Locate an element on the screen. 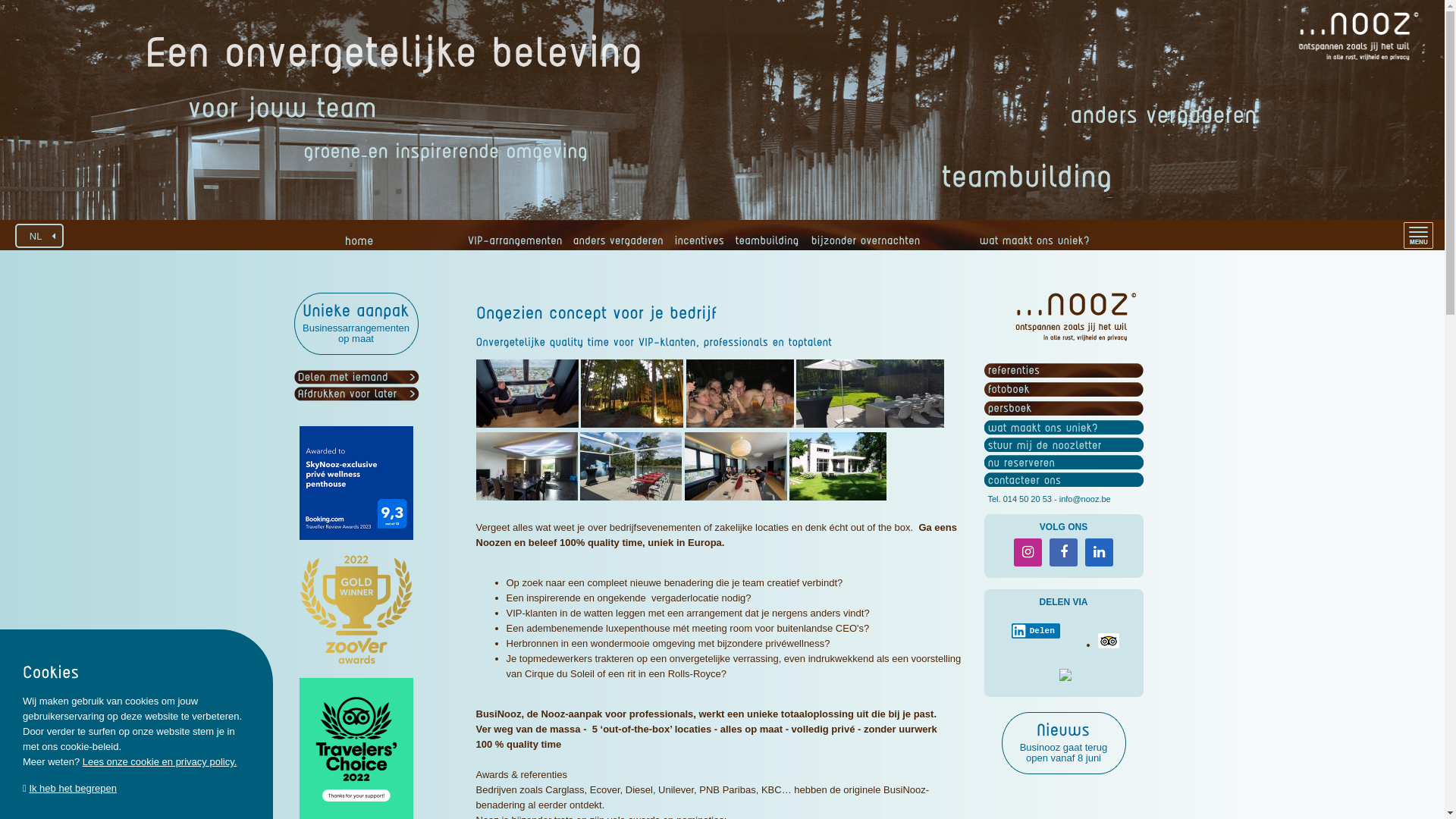 The image size is (1456, 819). 'nu reserveren' is located at coordinates (1021, 461).